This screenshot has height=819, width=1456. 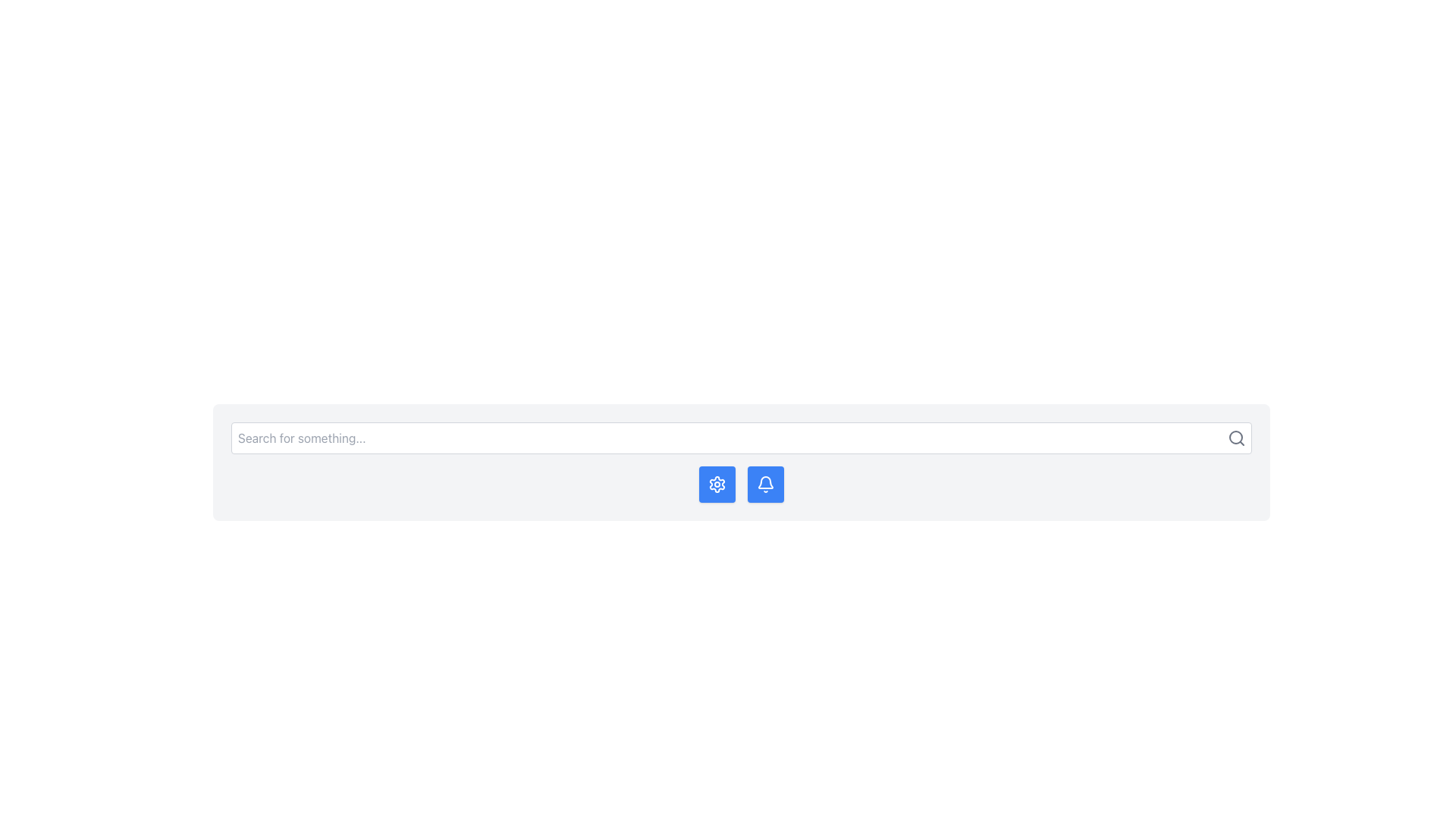 What do you see at coordinates (765, 482) in the screenshot?
I see `the bell icon, which is the rightmost graphical icon below the search bar, styled in a minimalist design with a hollow interior and curved base` at bounding box center [765, 482].